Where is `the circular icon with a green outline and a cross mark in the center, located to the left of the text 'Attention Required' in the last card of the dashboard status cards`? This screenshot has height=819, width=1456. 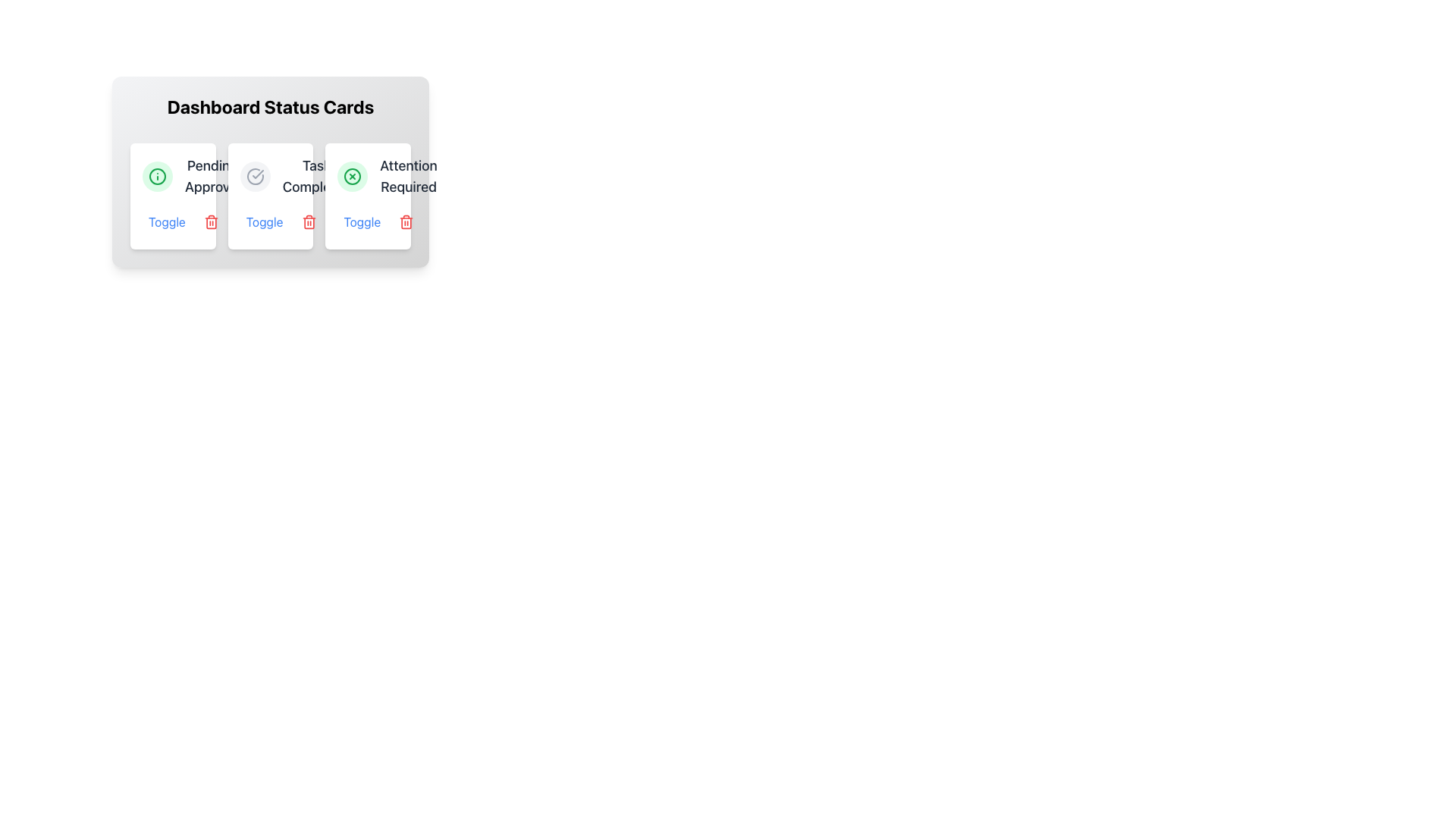 the circular icon with a green outline and a cross mark in the center, located to the left of the text 'Attention Required' in the last card of the dashboard status cards is located at coordinates (352, 175).